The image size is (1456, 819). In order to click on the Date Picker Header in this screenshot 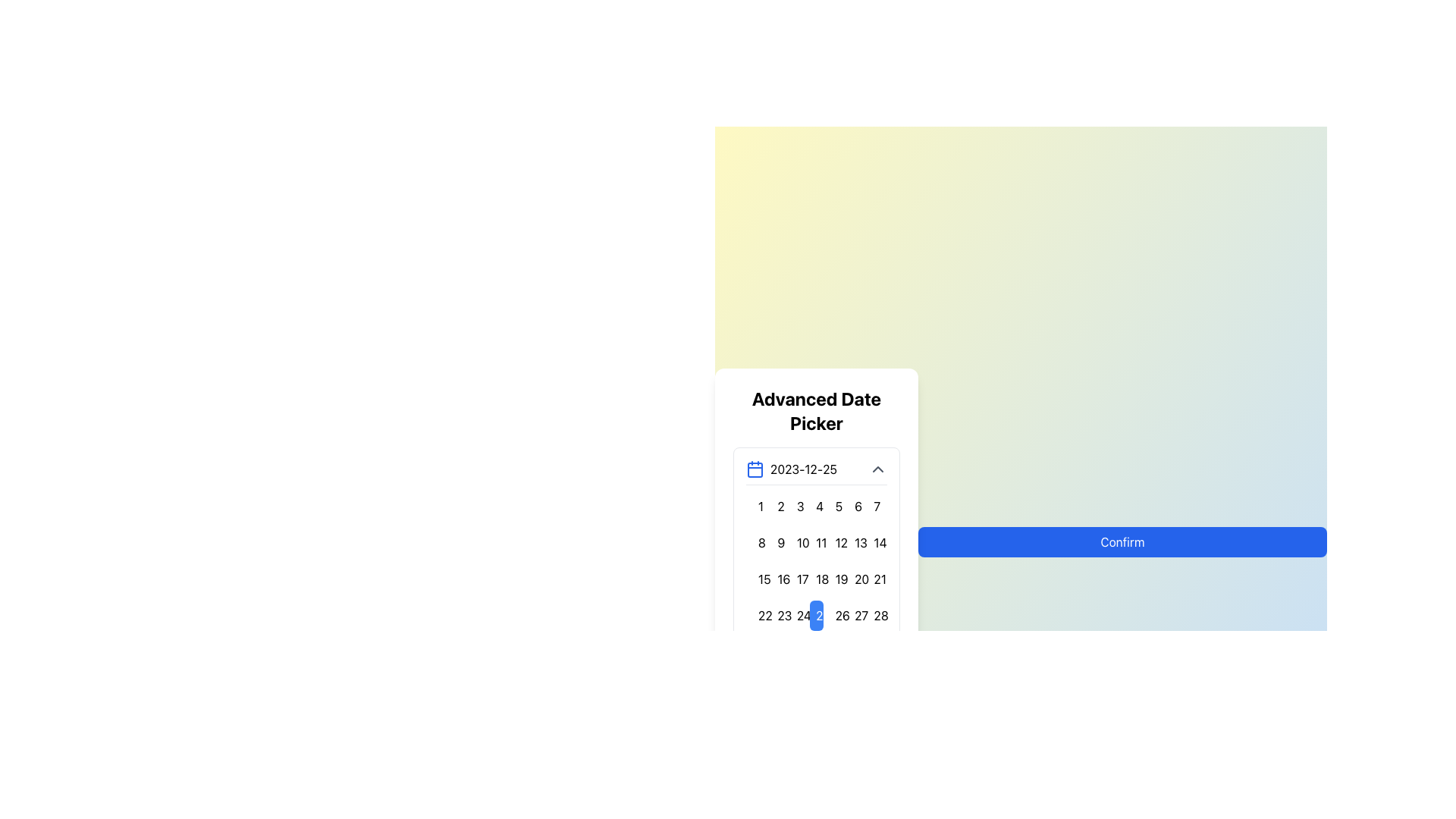, I will do `click(815, 468)`.